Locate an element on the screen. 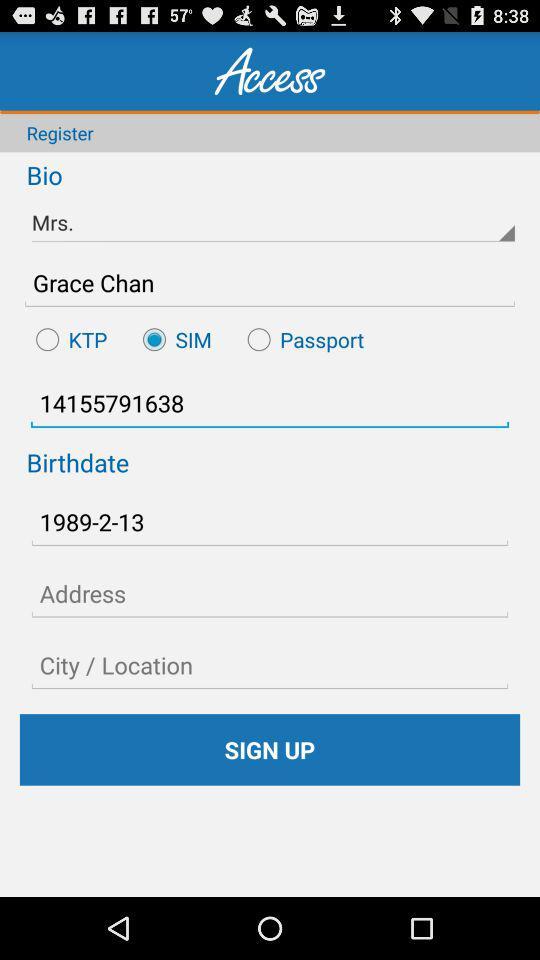 The image size is (540, 960). bar to enter address is located at coordinates (270, 593).